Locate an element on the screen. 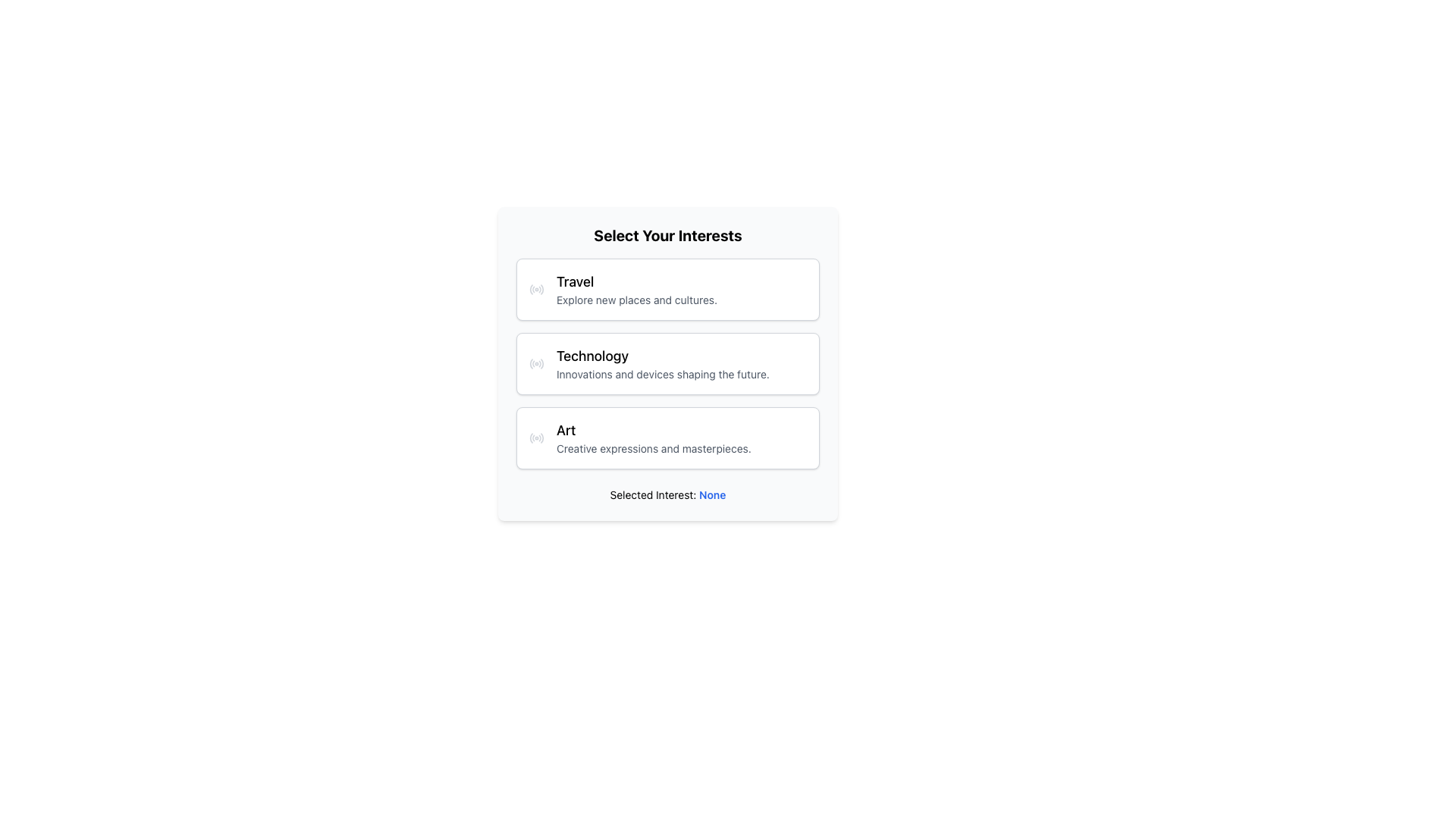  the text label titled 'Travel', which includes the subtitle 'Explore new places and cultures.' located in the first card of interest options is located at coordinates (637, 289).